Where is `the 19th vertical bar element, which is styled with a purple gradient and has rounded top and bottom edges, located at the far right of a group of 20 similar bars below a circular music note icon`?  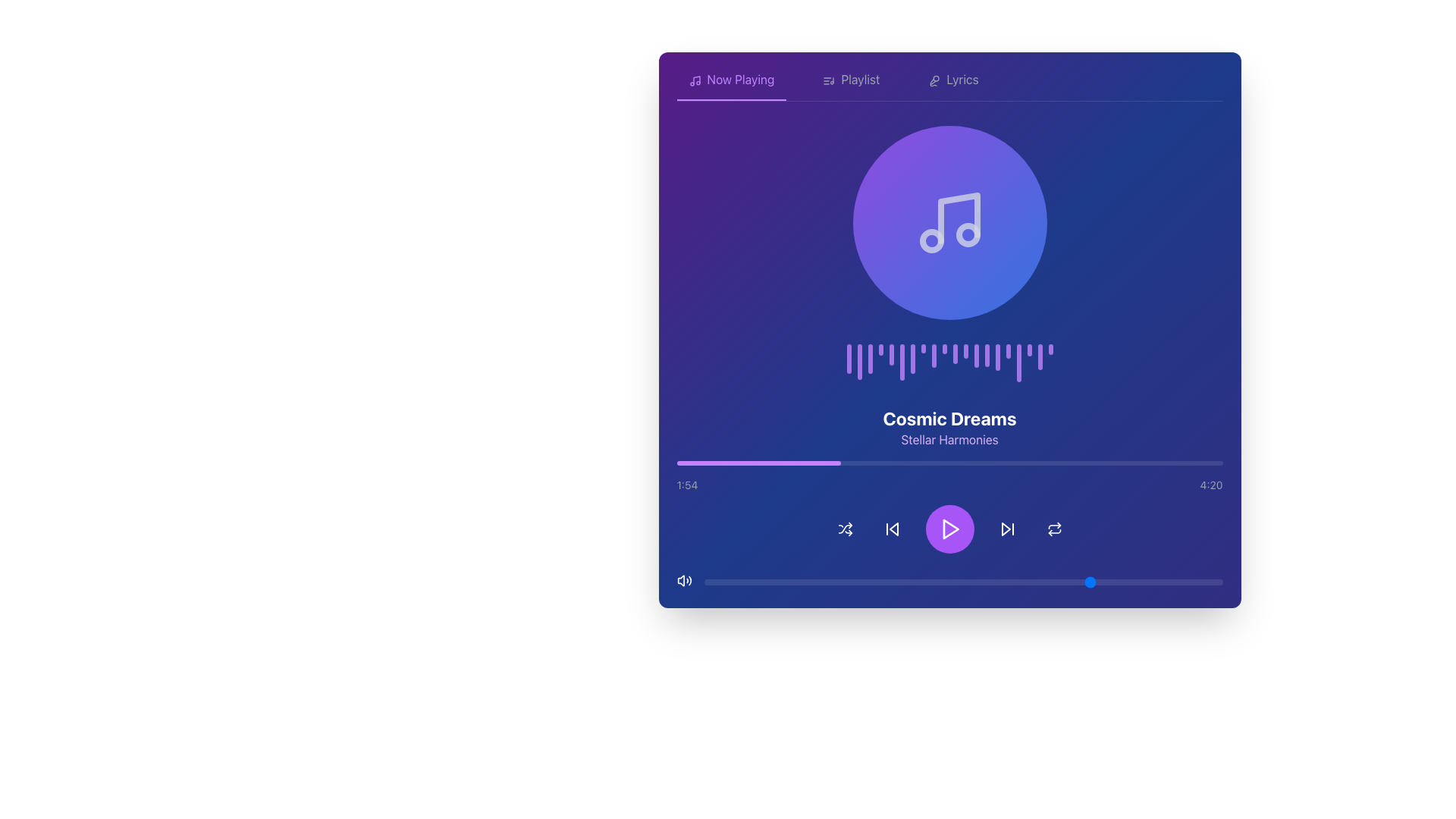 the 19th vertical bar element, which is styled with a purple gradient and has rounded top and bottom edges, located at the far right of a group of 20 similar bars below a circular music note icon is located at coordinates (1039, 356).